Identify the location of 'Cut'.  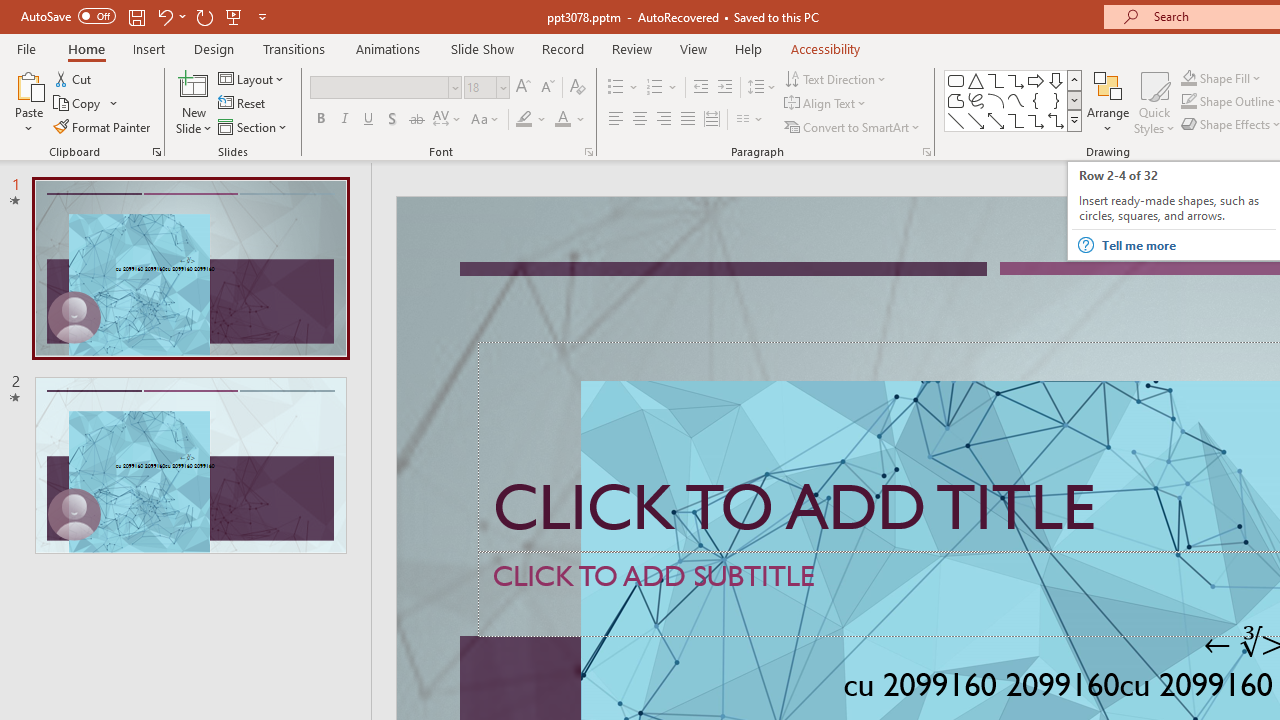
(74, 78).